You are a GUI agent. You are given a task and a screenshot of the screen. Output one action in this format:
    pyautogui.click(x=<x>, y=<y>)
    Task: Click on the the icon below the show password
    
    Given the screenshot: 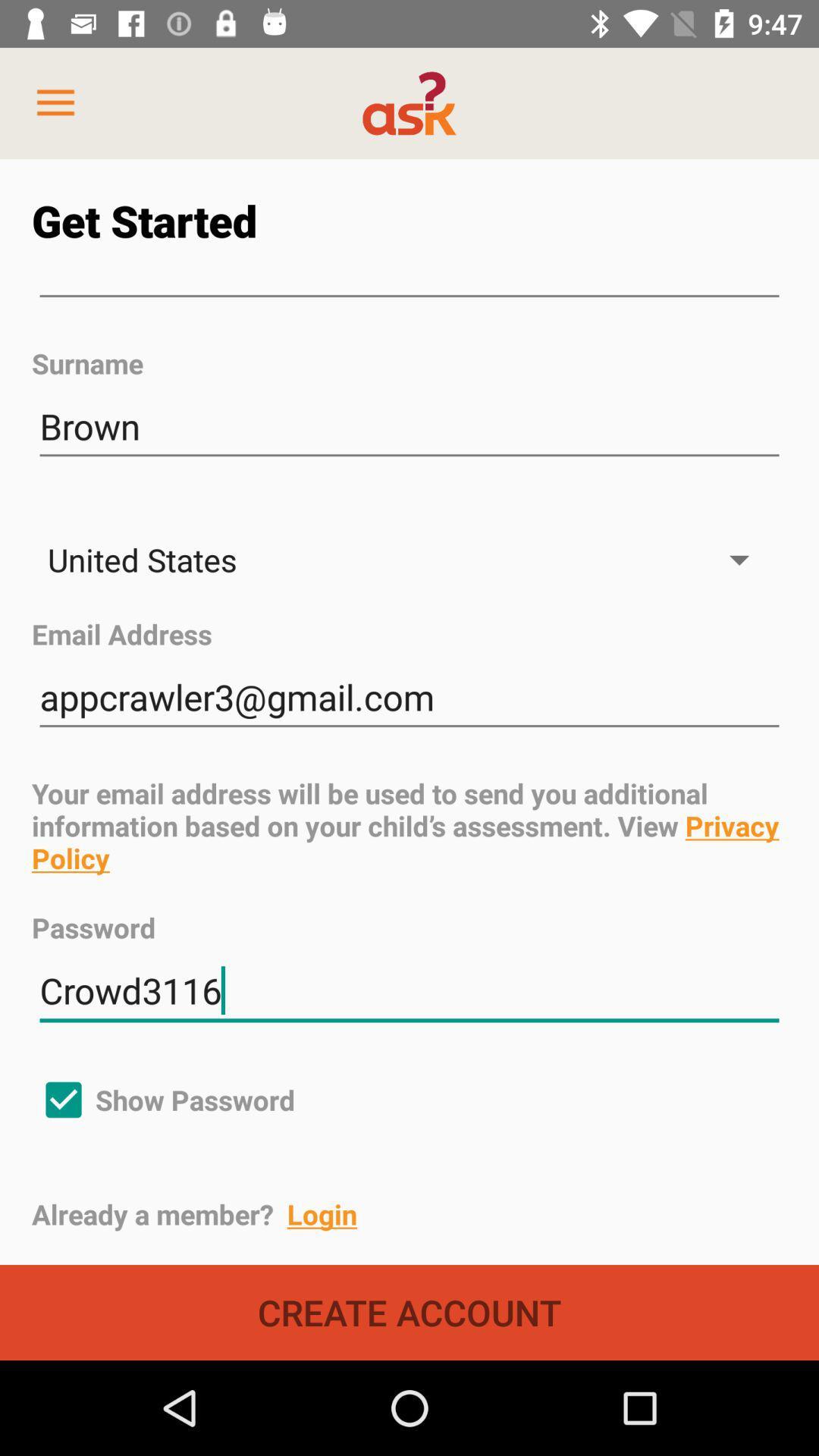 What is the action you would take?
    pyautogui.click(x=425, y=1214)
    